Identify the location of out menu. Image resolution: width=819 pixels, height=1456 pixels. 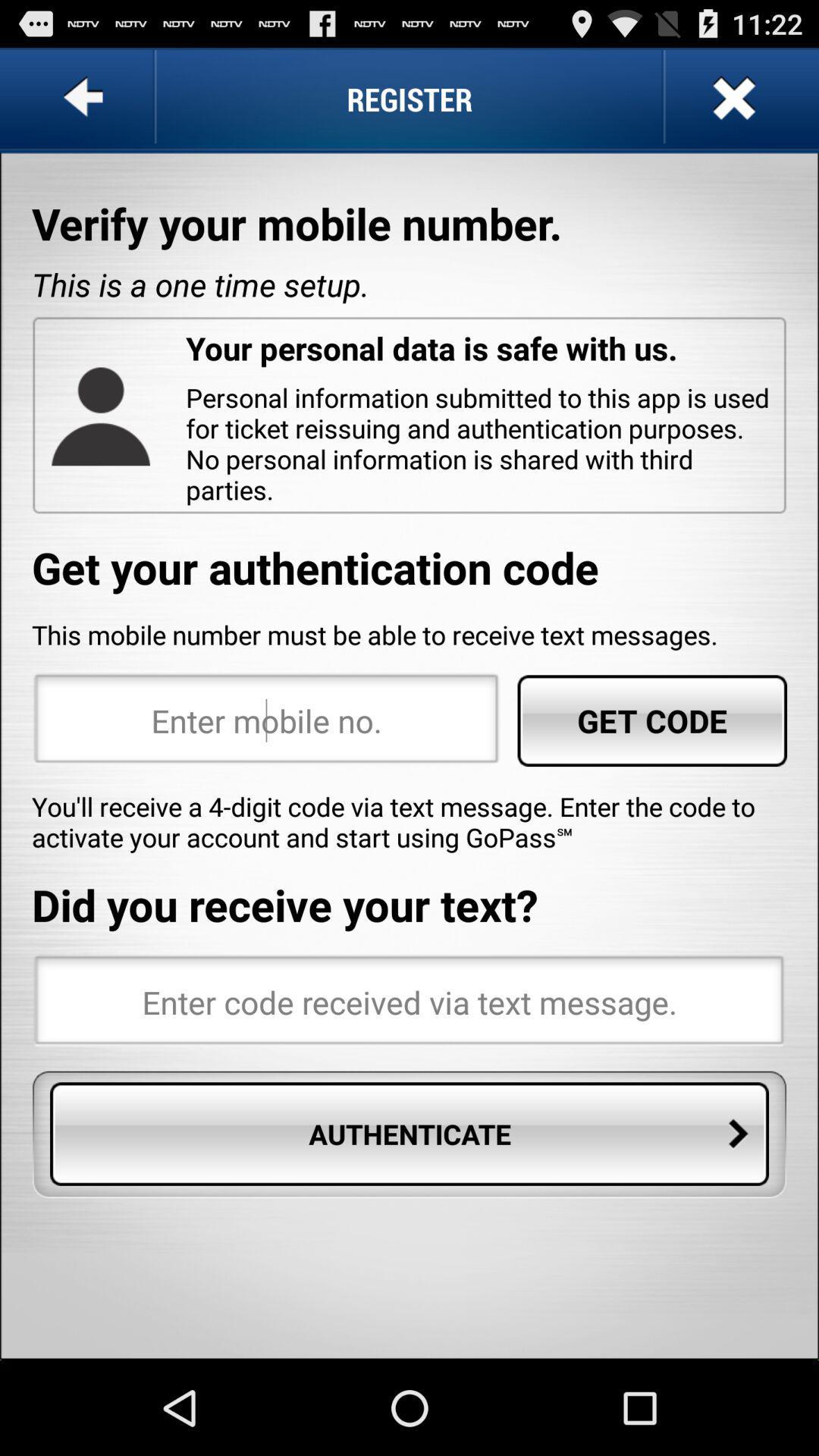
(731, 98).